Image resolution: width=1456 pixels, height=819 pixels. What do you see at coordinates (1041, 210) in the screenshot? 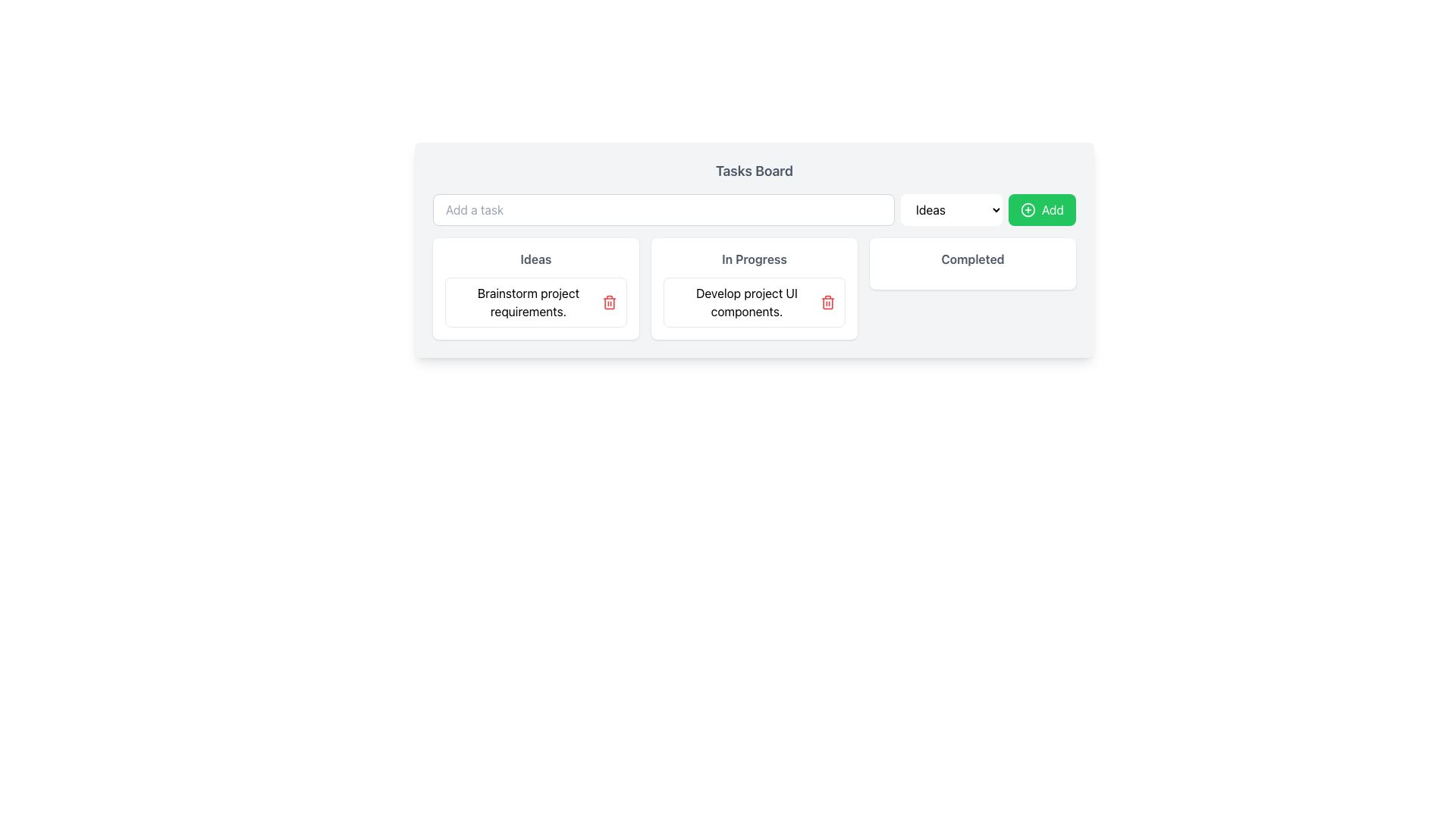
I see `the green button labeled 'Add' with a plus sign icon` at bounding box center [1041, 210].